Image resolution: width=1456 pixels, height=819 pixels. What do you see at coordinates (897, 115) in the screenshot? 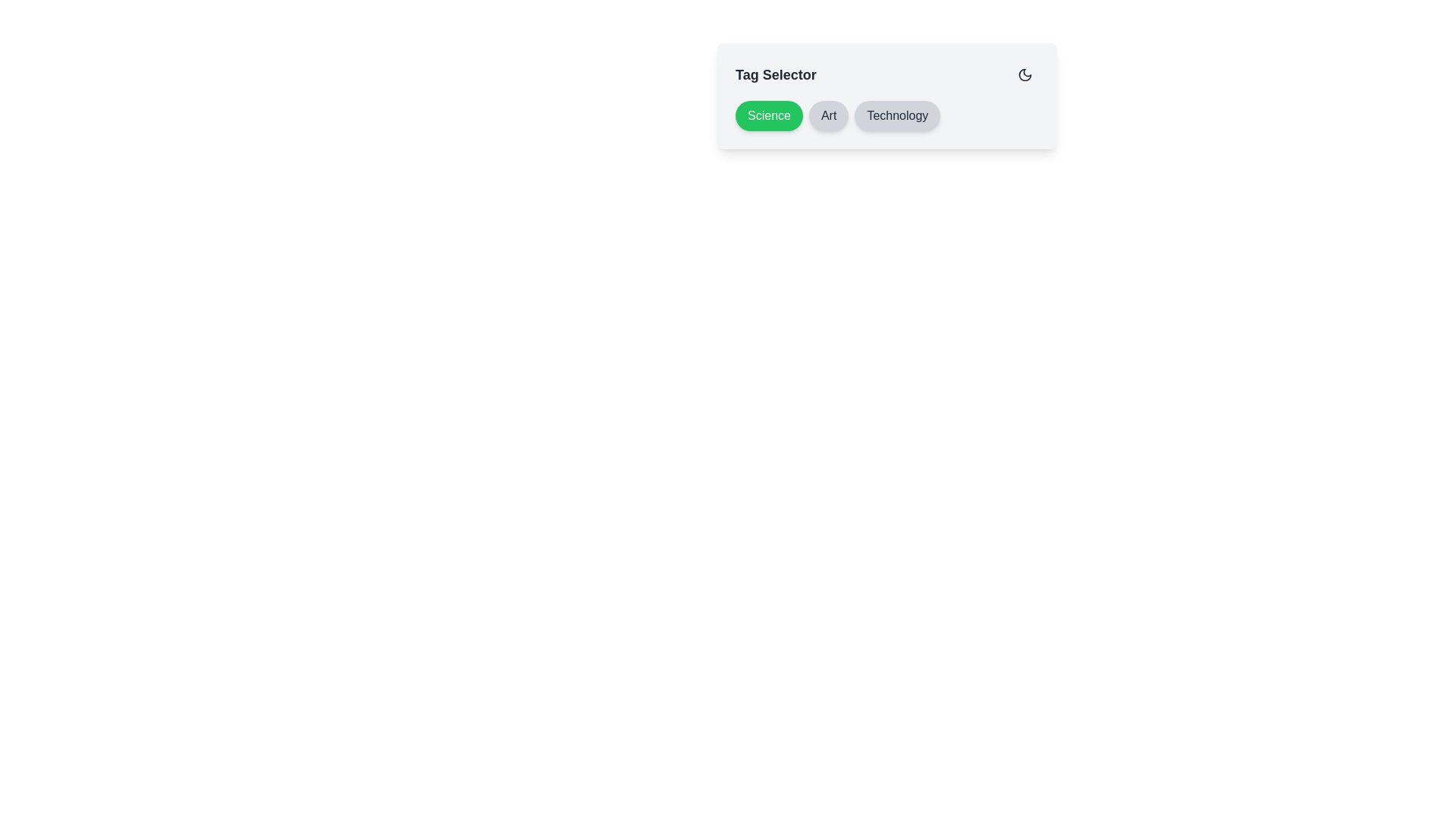
I see `the tag Technology by clicking on it` at bounding box center [897, 115].